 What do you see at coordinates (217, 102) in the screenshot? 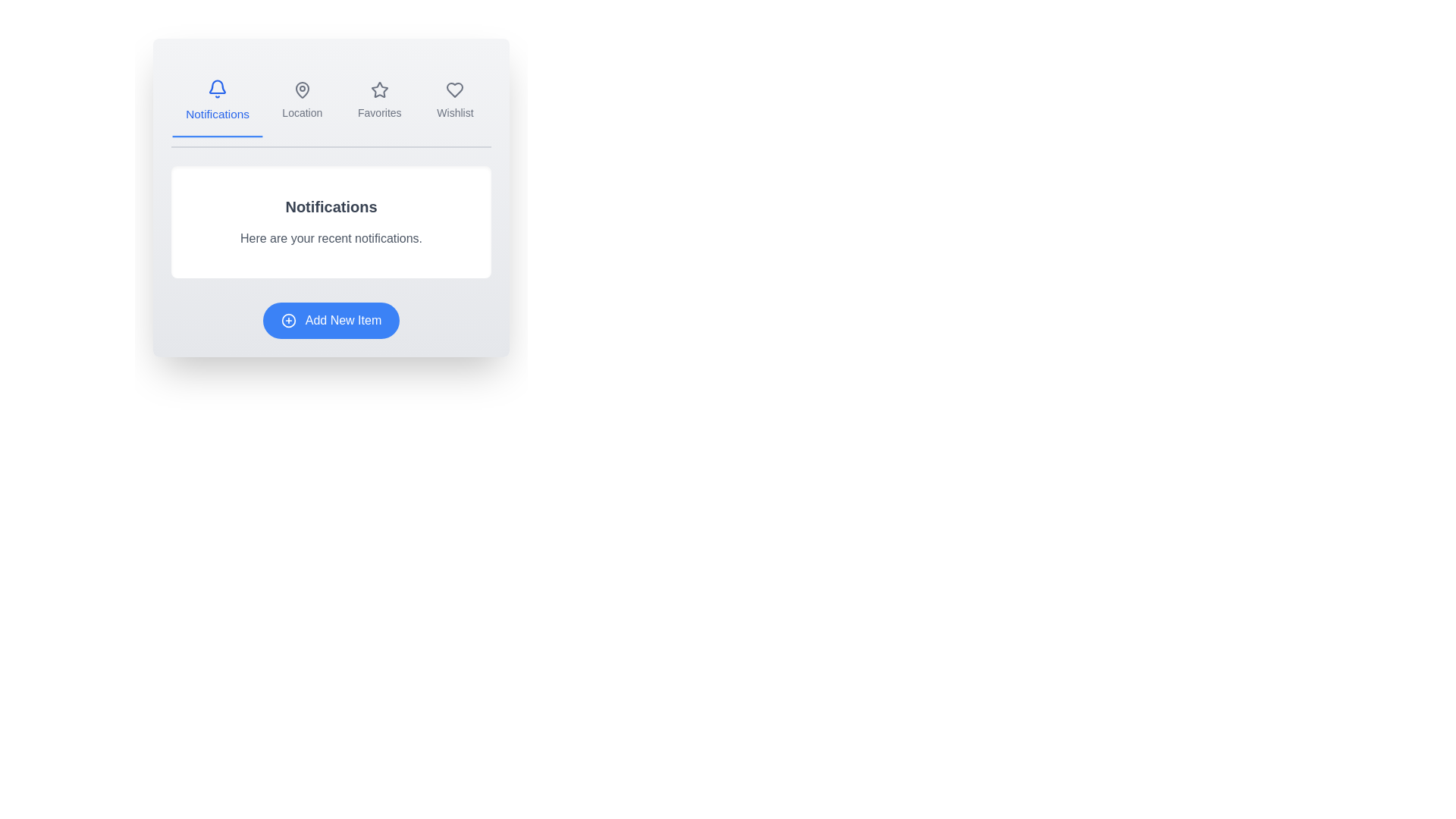
I see `the tab labeled Notifications` at bounding box center [217, 102].